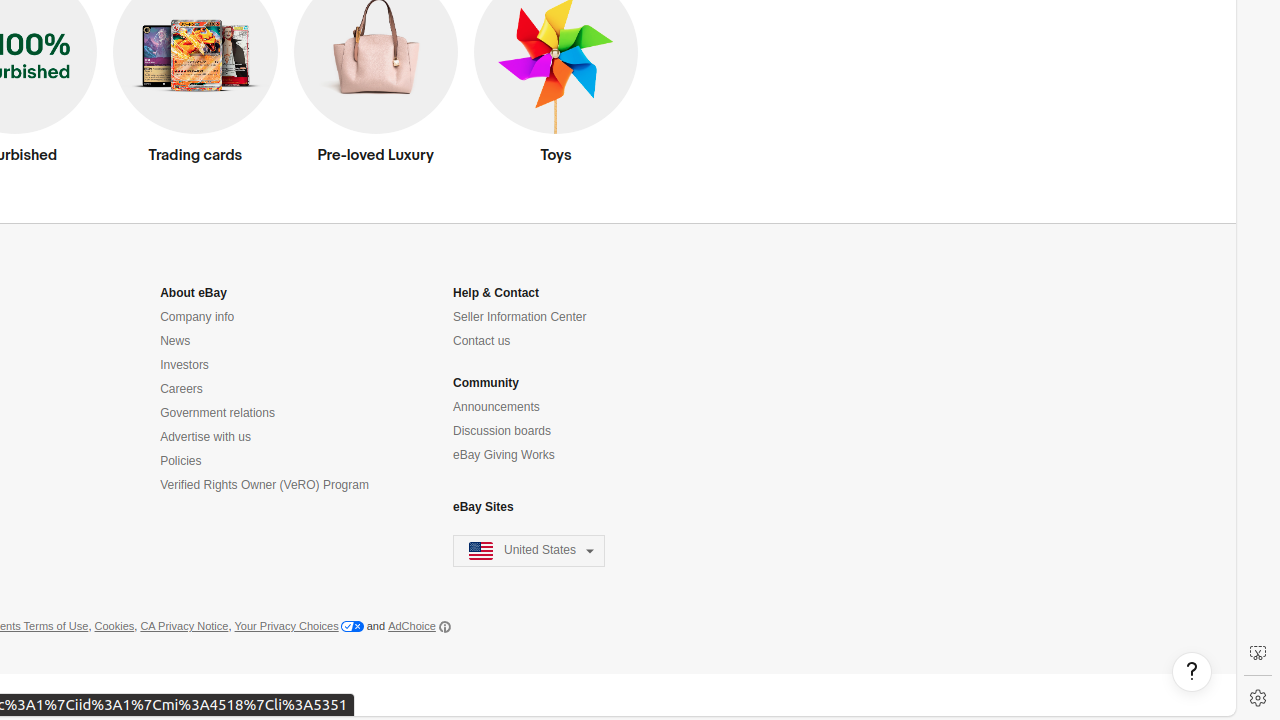 The image size is (1280, 720). What do you see at coordinates (418, 625) in the screenshot?
I see `'AdChoice'` at bounding box center [418, 625].